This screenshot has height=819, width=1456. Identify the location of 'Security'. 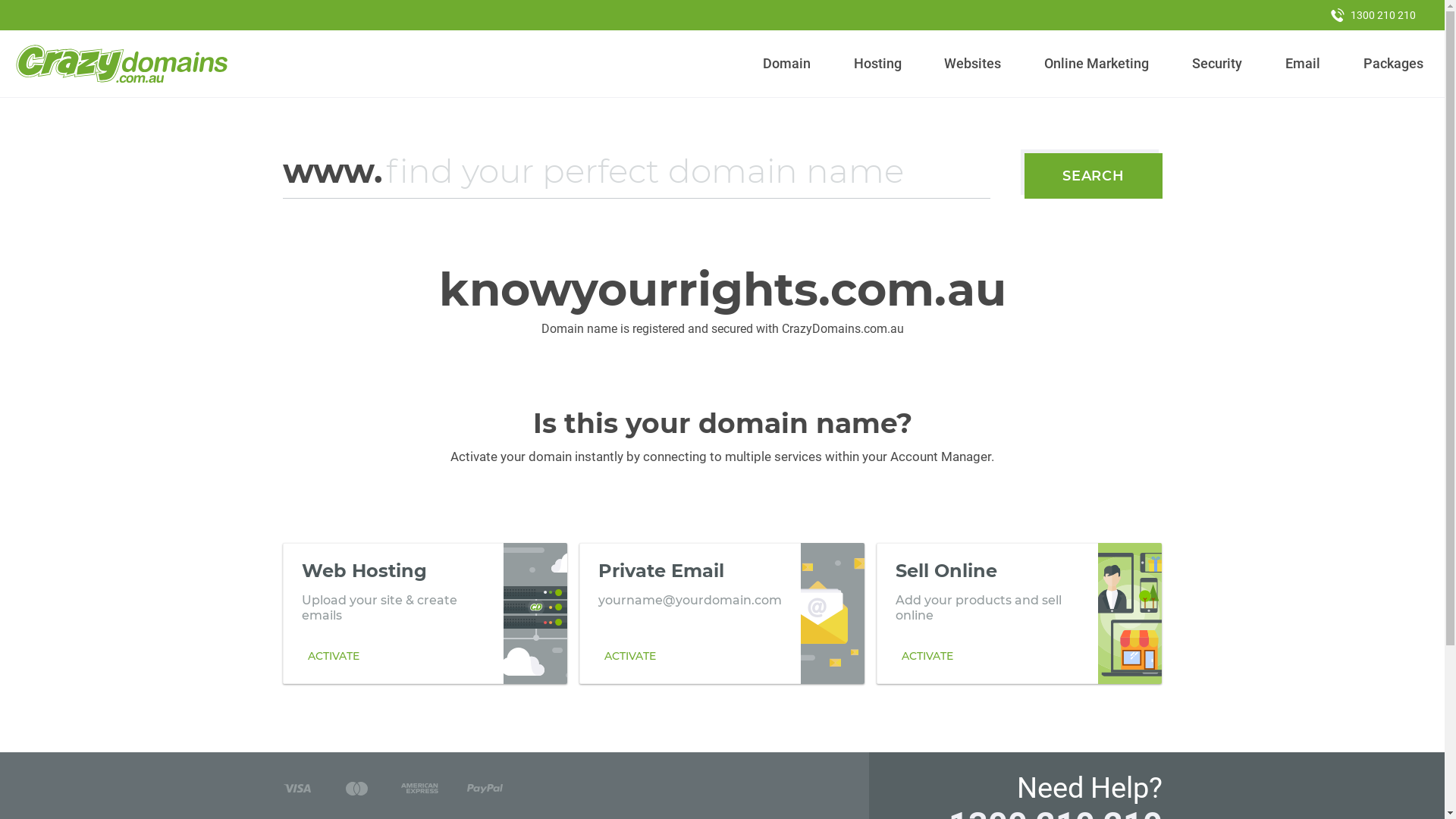
(1185, 63).